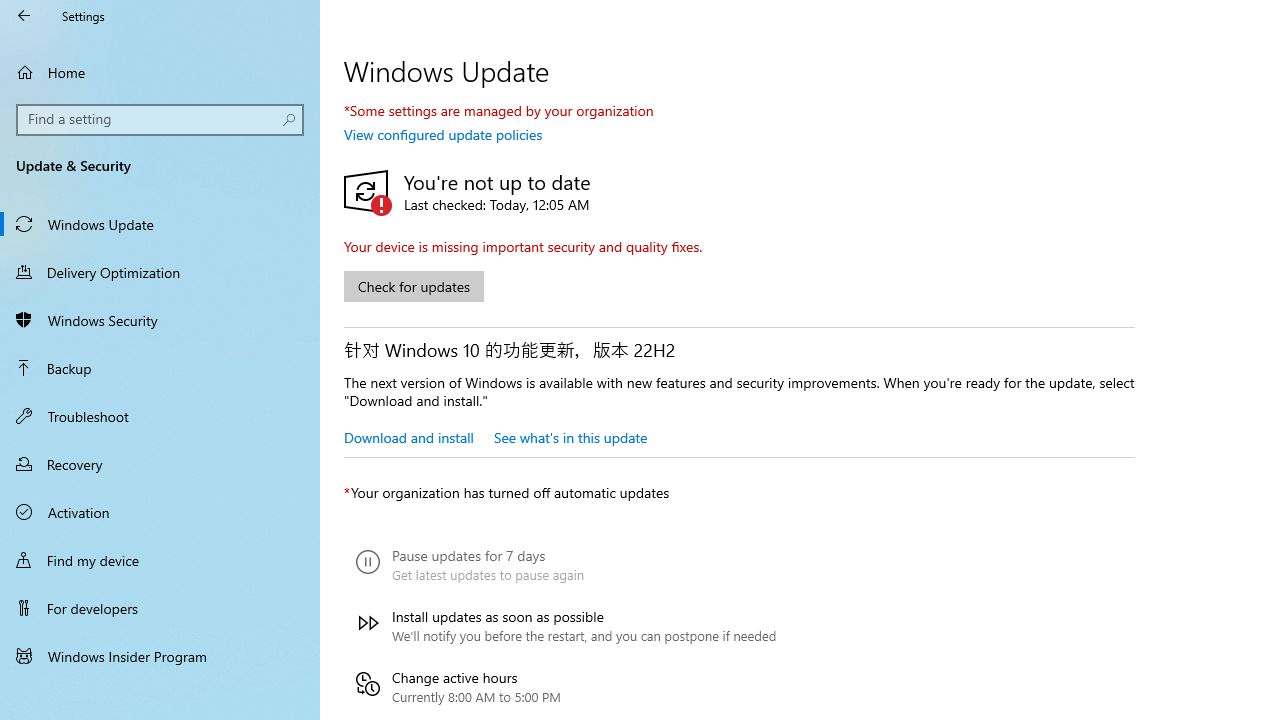 The image size is (1280, 720). I want to click on 'Search box, Find a setting', so click(160, 119).